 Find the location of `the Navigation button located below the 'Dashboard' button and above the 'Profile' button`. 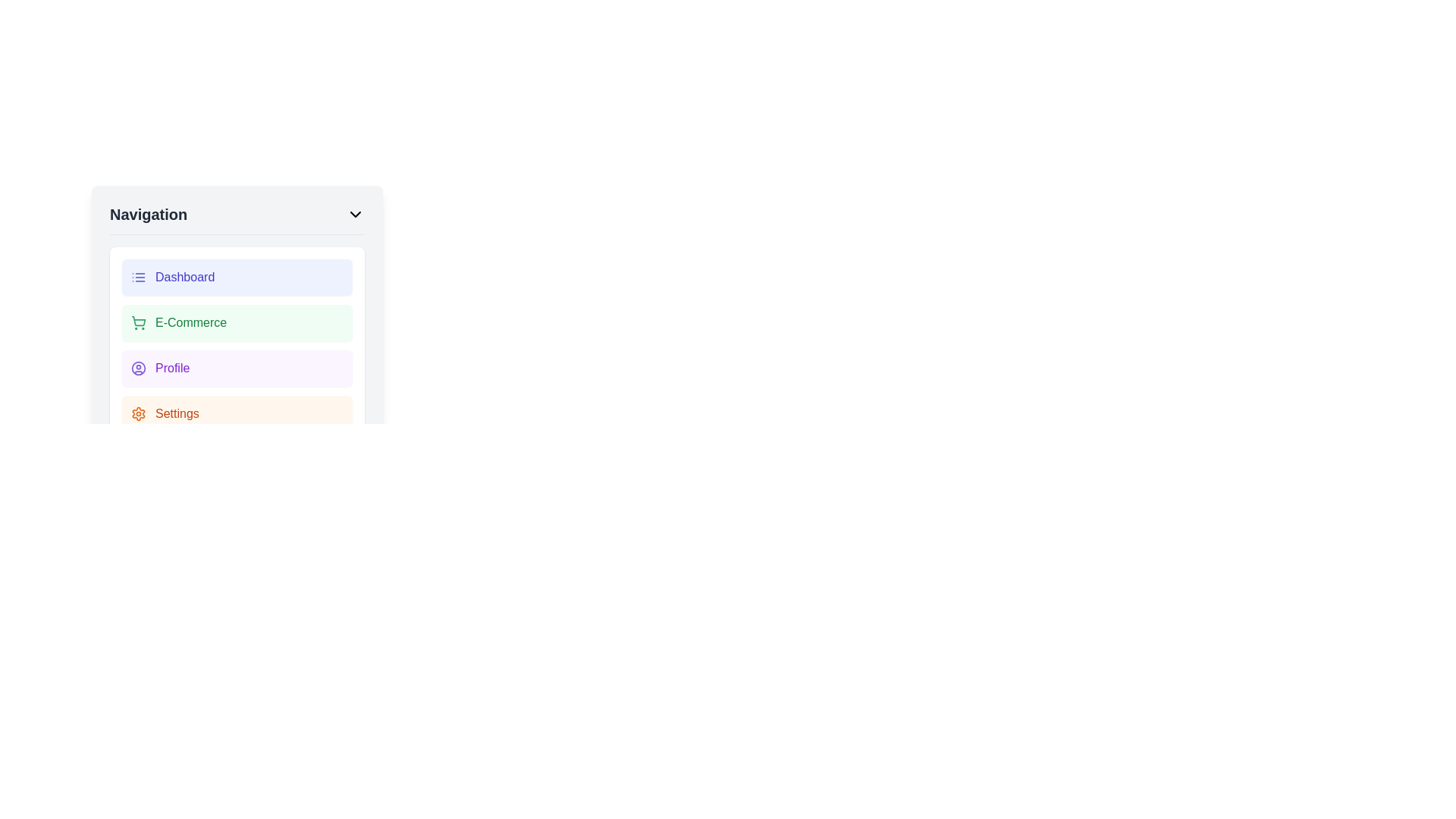

the Navigation button located below the 'Dashboard' button and above the 'Profile' button is located at coordinates (236, 323).